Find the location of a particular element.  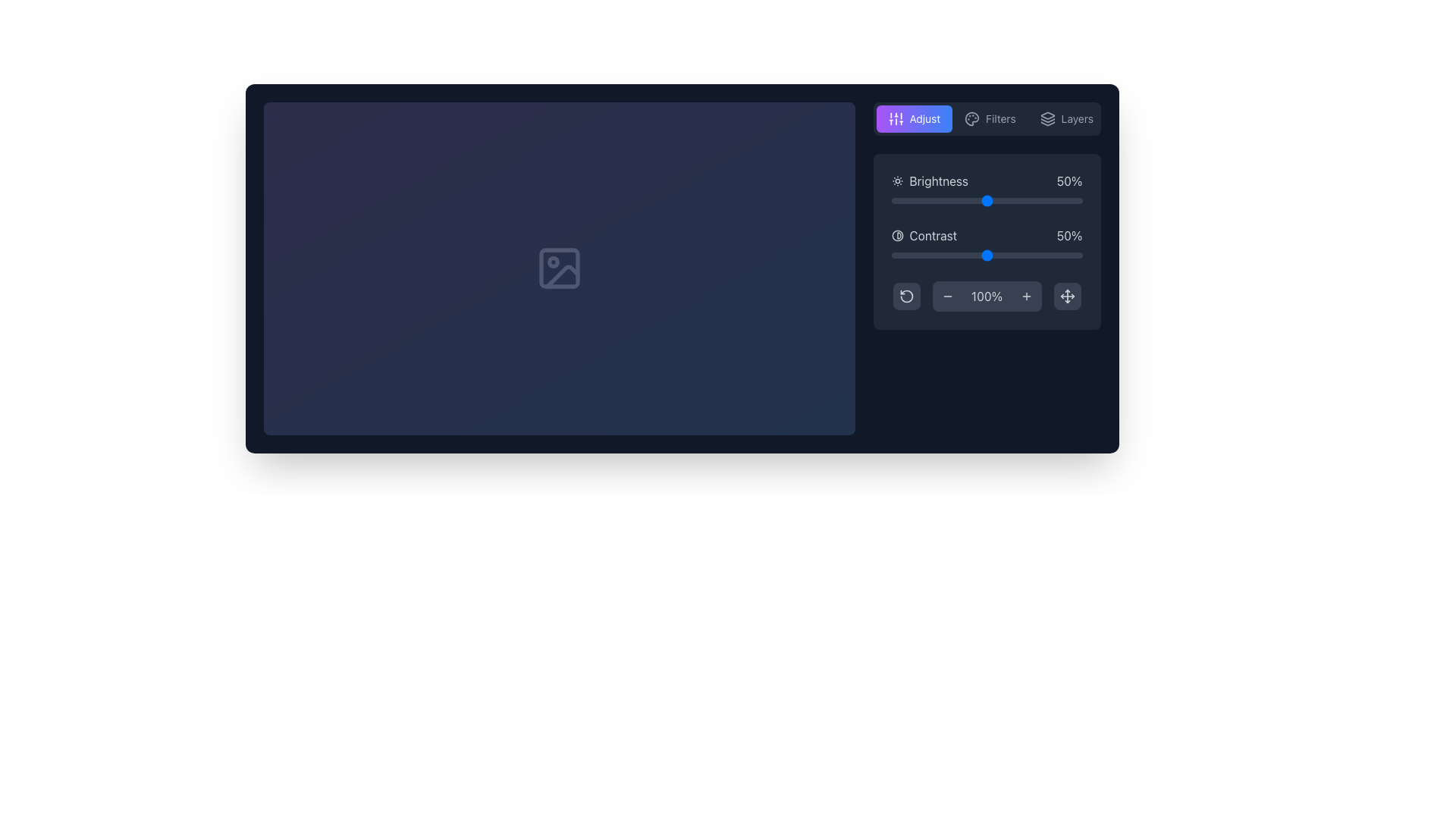

the contrast is located at coordinates (1012, 254).